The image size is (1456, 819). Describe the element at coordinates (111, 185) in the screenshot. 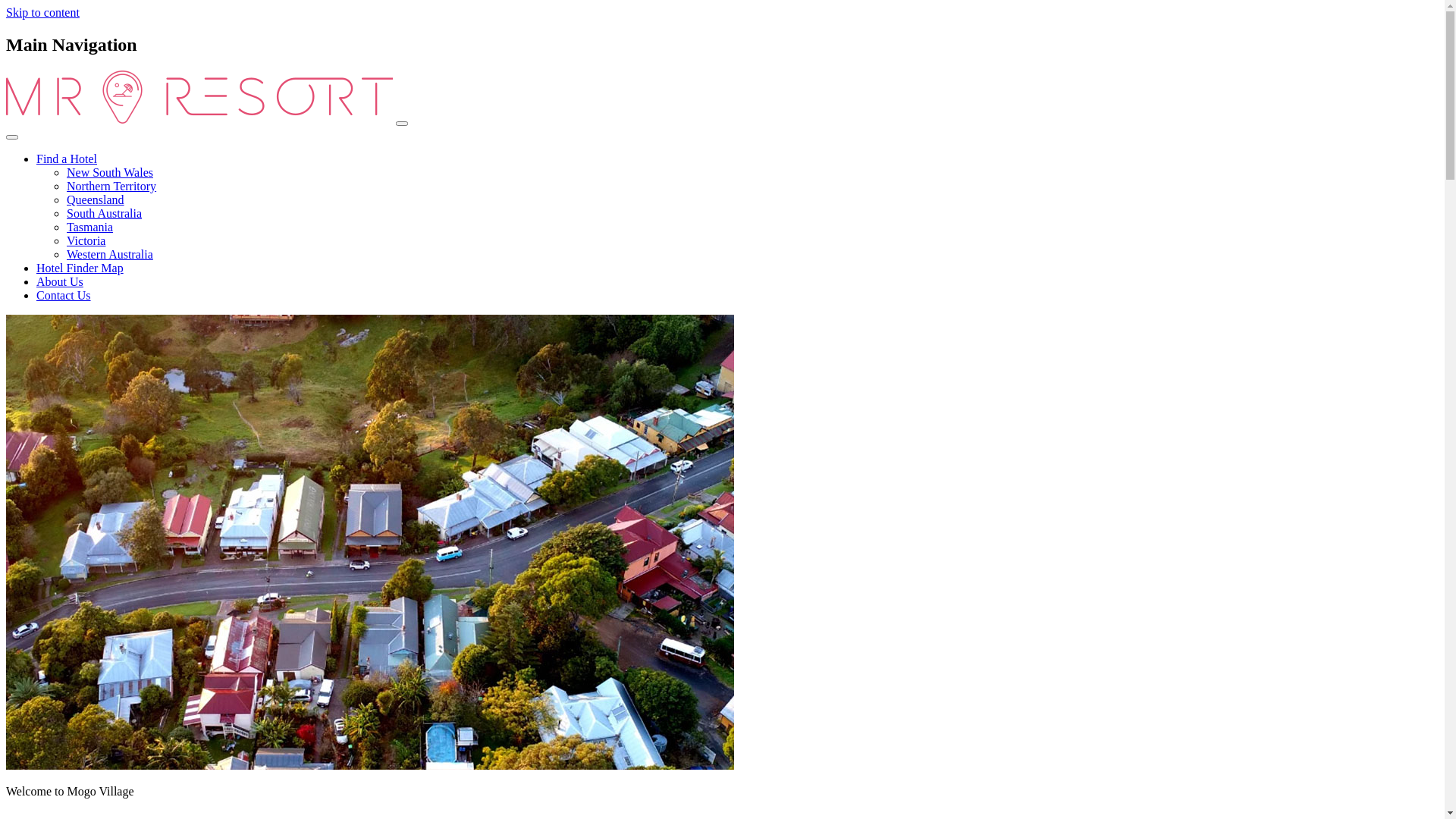

I see `'Northern Territory'` at that location.